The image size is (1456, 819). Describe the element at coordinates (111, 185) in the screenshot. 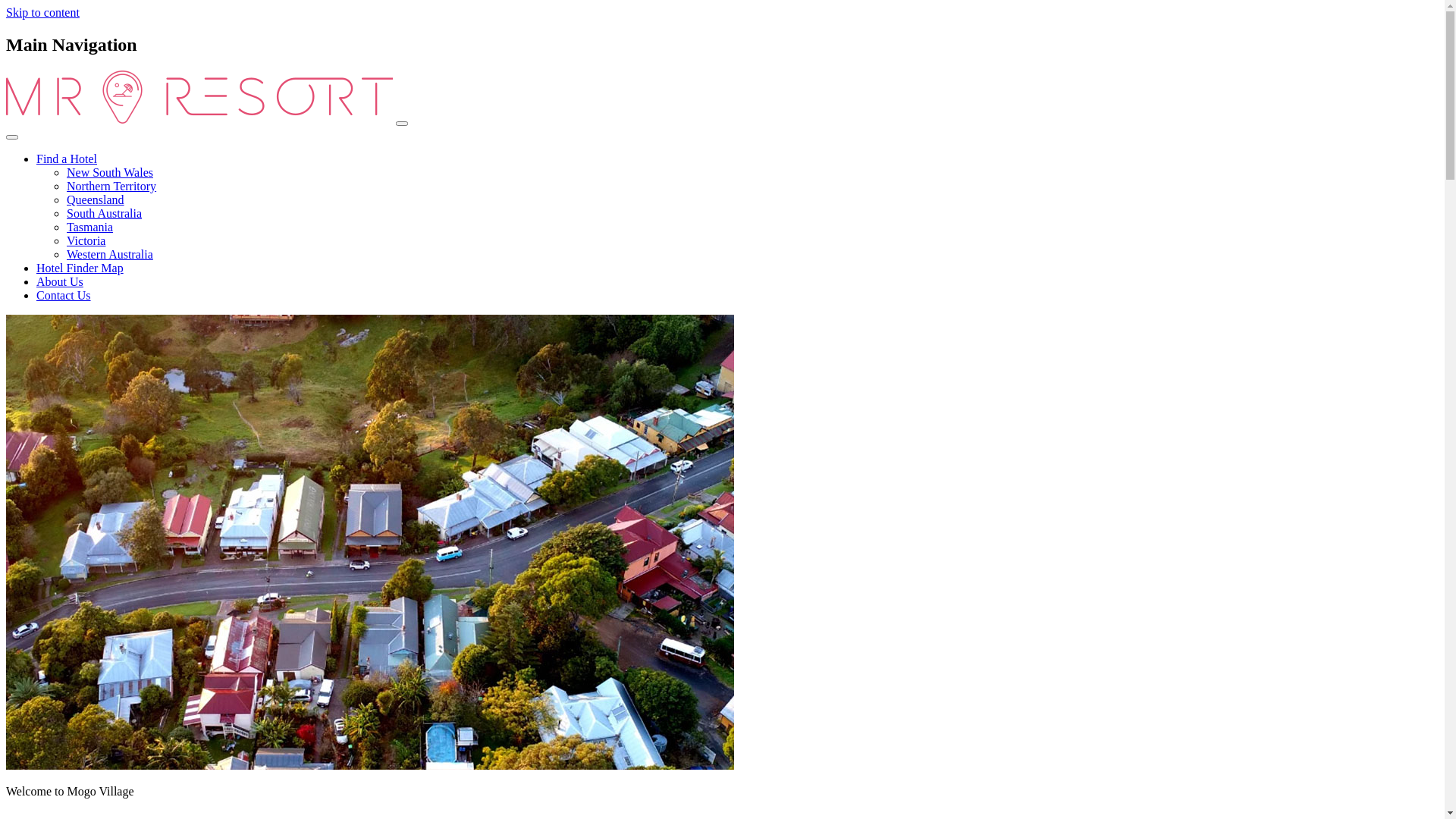

I see `'Northern Territory'` at that location.